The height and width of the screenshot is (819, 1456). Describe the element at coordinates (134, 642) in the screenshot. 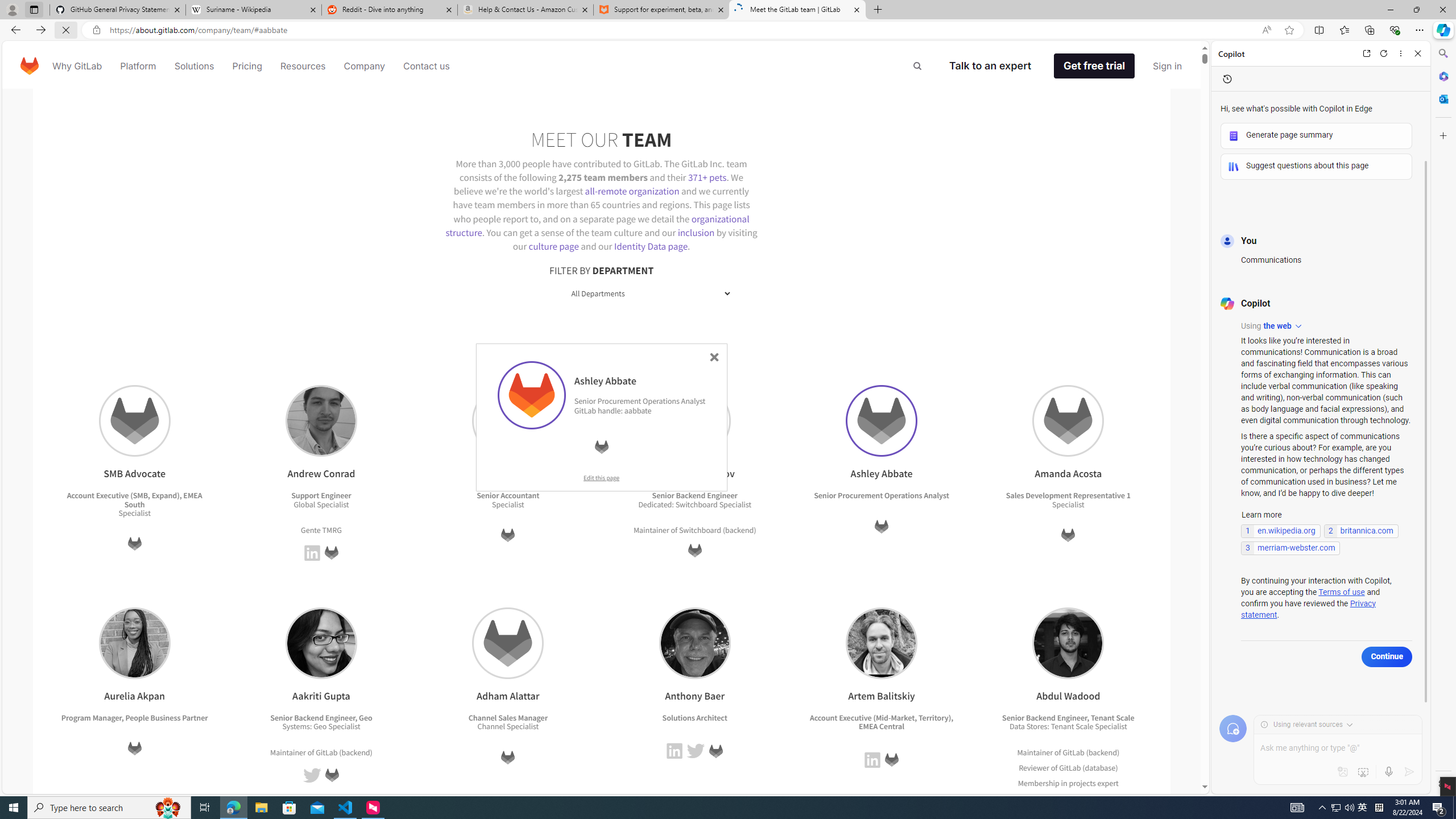

I see `'Aurelia Akpan'` at that location.